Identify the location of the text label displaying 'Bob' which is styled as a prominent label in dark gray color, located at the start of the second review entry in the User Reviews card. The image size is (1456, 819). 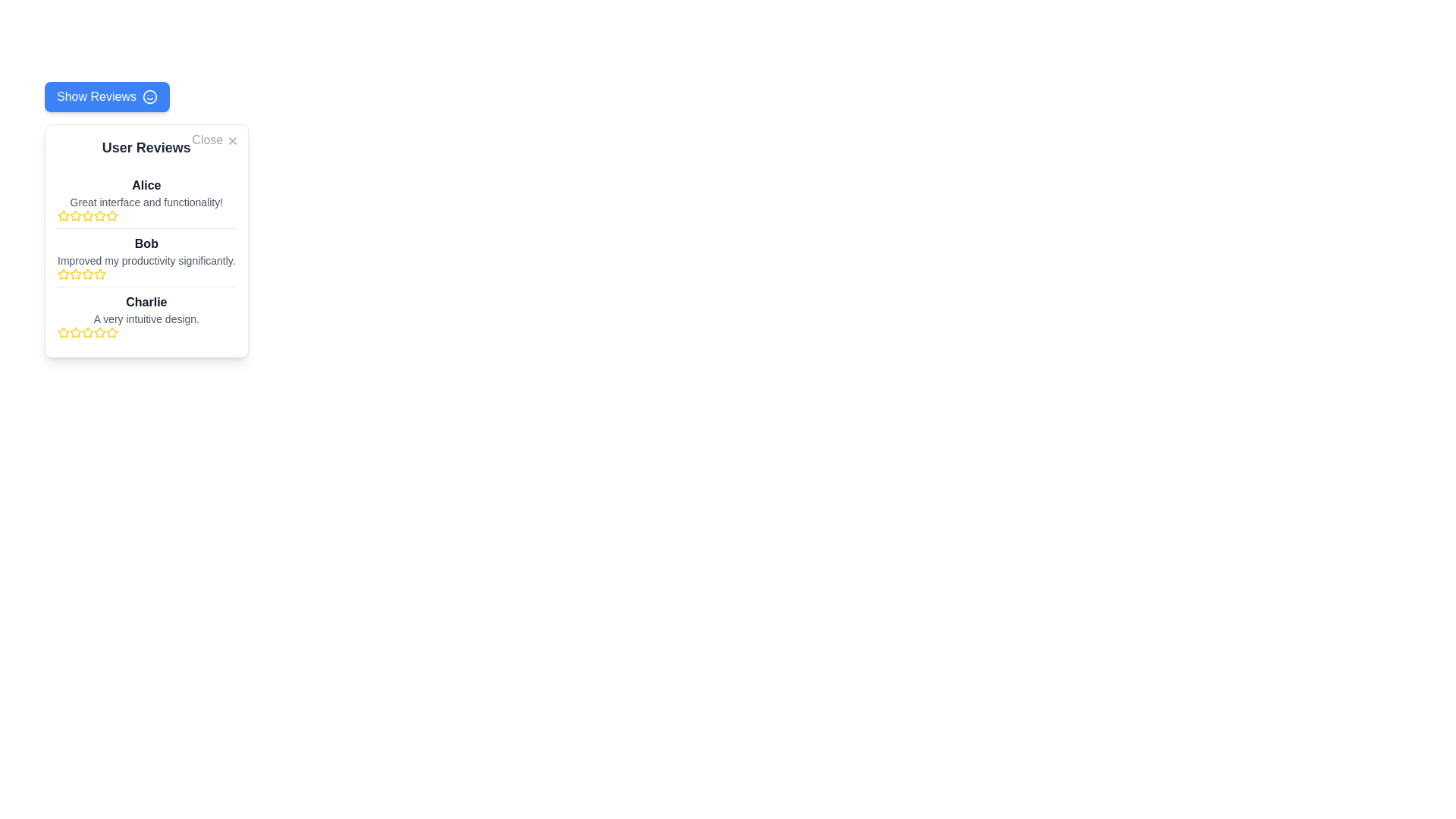
(146, 243).